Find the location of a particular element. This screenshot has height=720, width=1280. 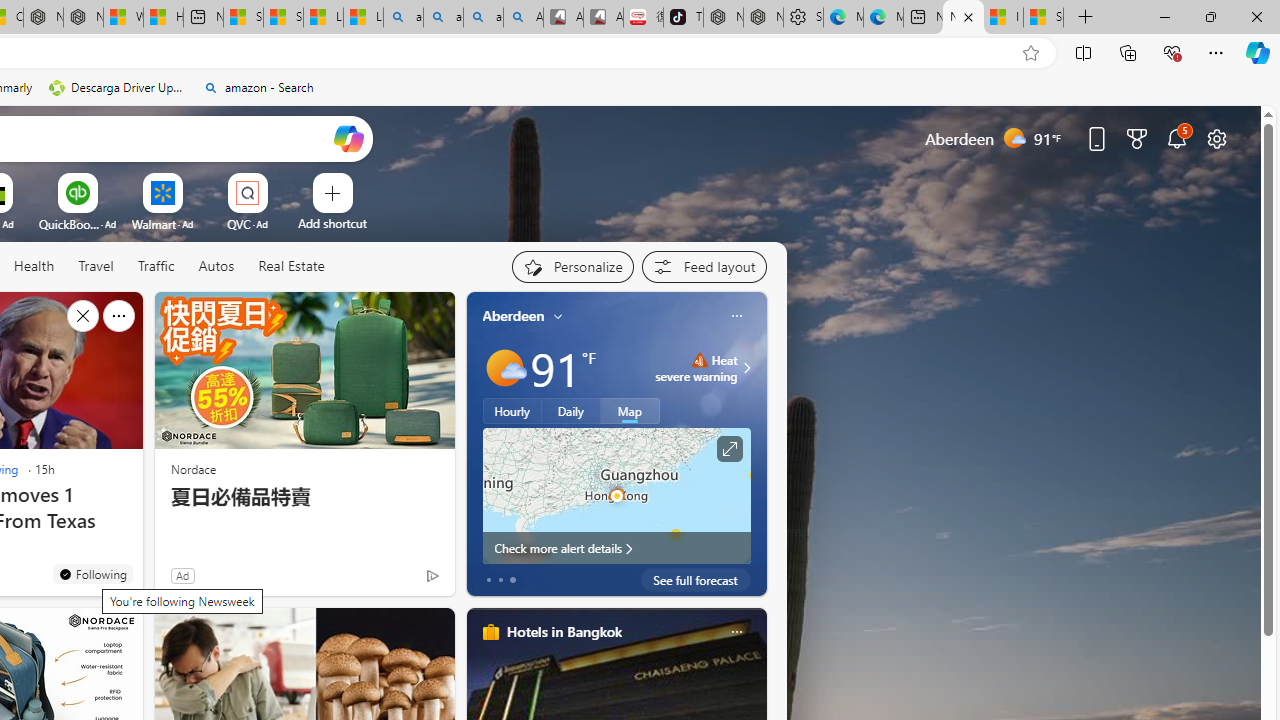

'Ad' is located at coordinates (182, 575).